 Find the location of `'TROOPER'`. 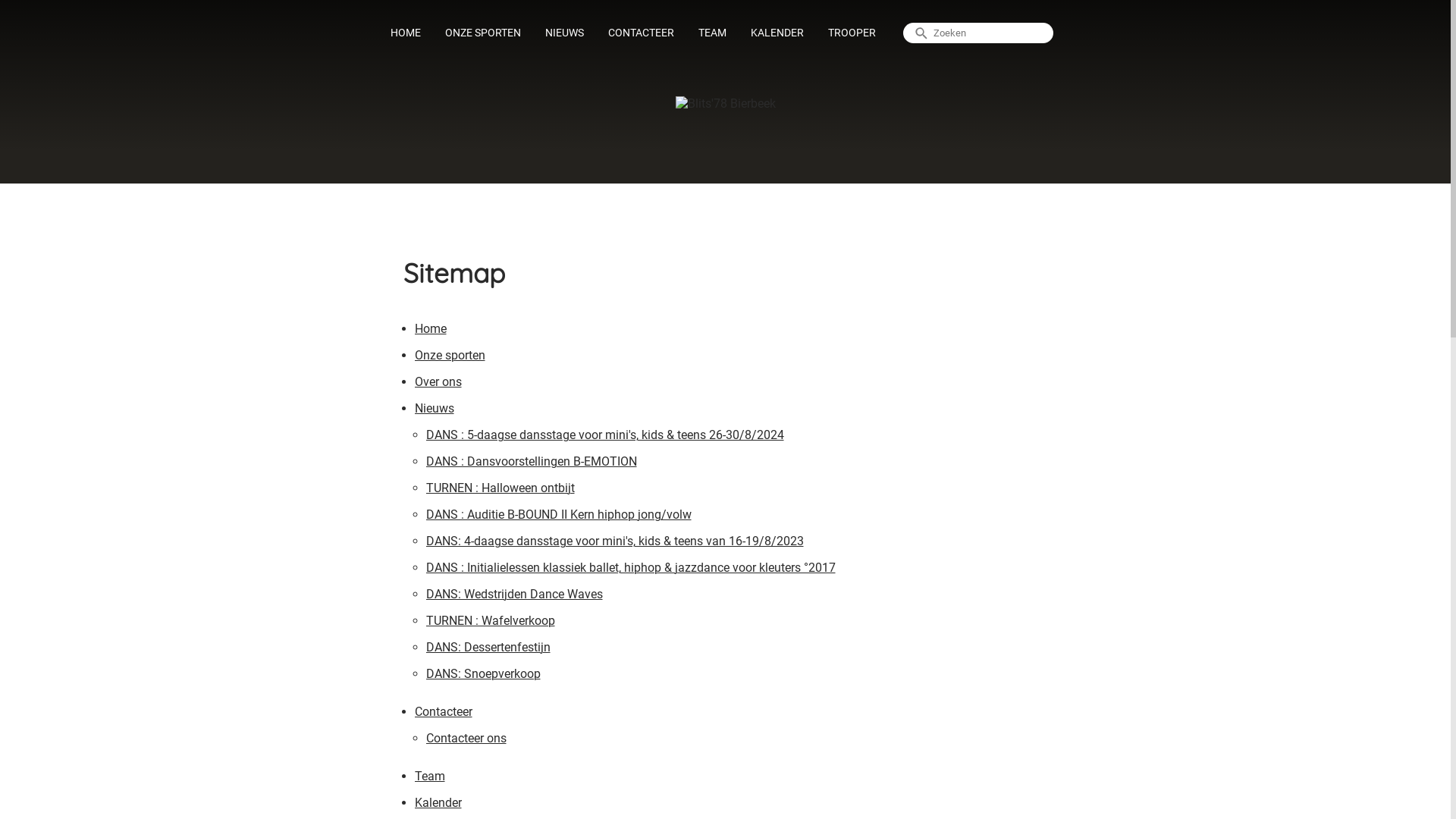

'TROOPER' is located at coordinates (852, 33).